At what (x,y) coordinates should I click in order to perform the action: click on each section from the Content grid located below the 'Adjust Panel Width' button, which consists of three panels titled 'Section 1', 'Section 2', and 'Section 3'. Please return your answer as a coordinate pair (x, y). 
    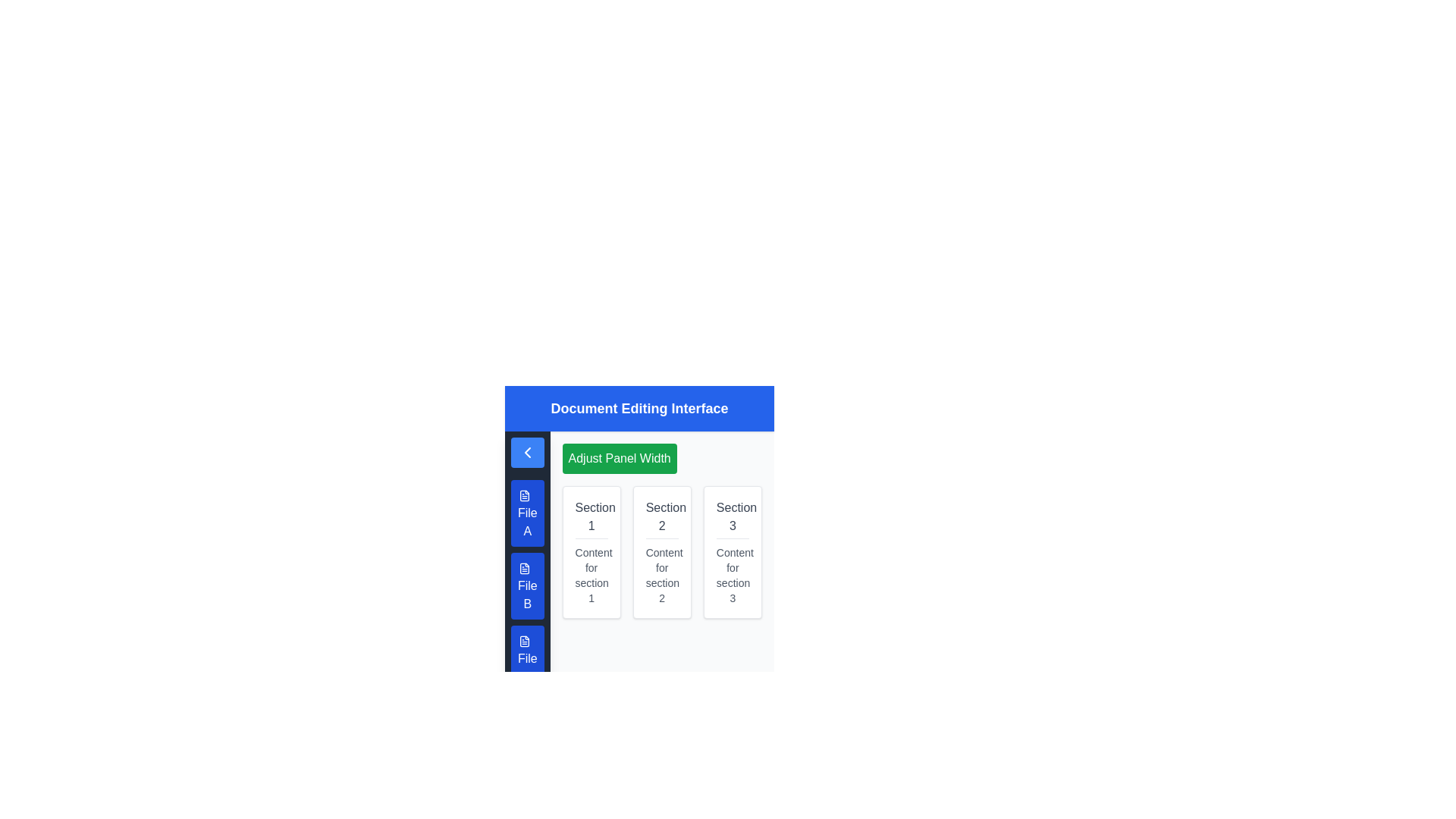
    Looking at the image, I should click on (662, 552).